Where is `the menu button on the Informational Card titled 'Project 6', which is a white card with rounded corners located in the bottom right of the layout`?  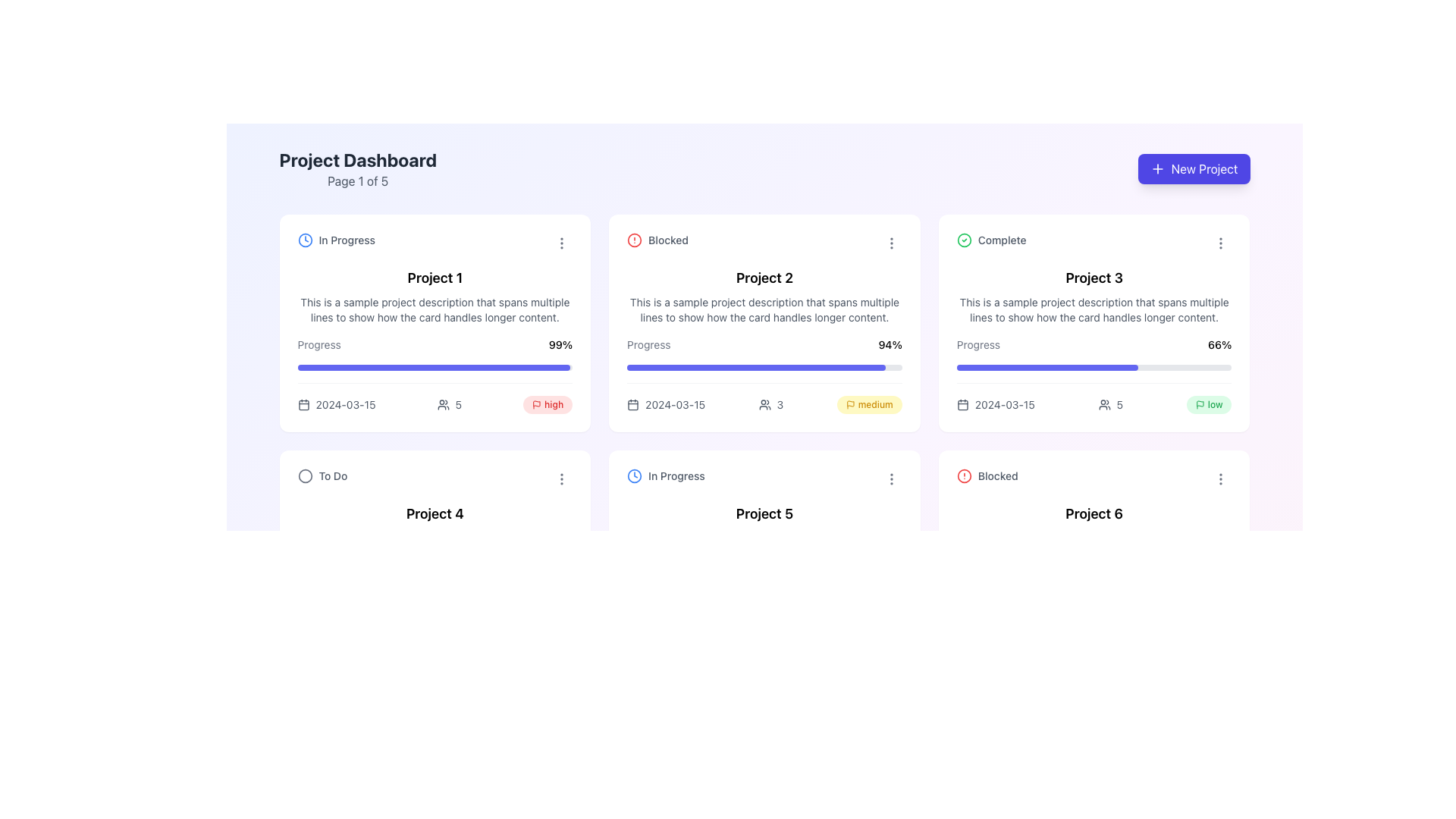
the menu button on the Informational Card titled 'Project 6', which is a white card with rounded corners located in the bottom right of the layout is located at coordinates (1094, 559).